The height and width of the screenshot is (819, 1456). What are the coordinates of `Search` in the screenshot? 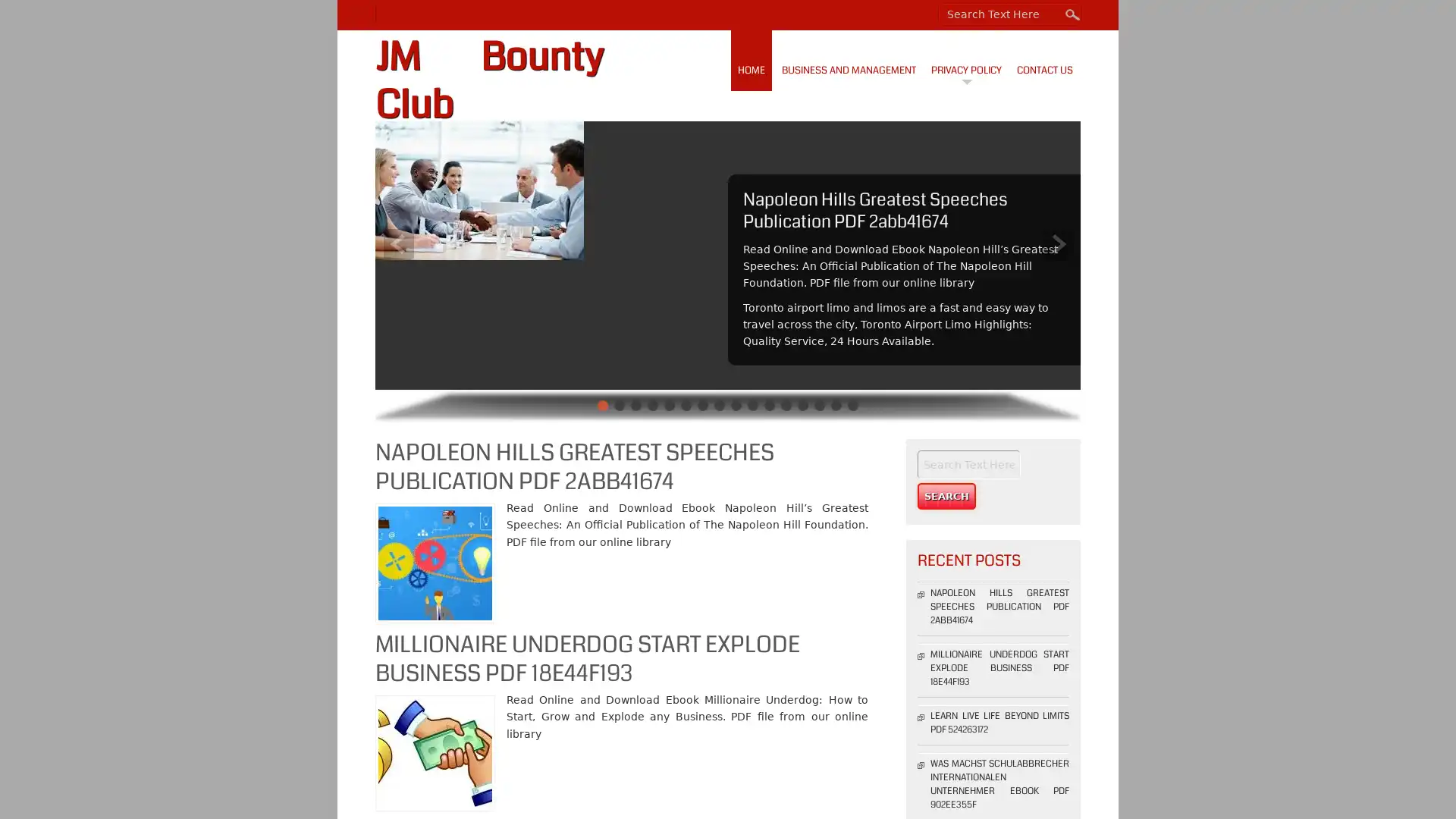 It's located at (946, 496).